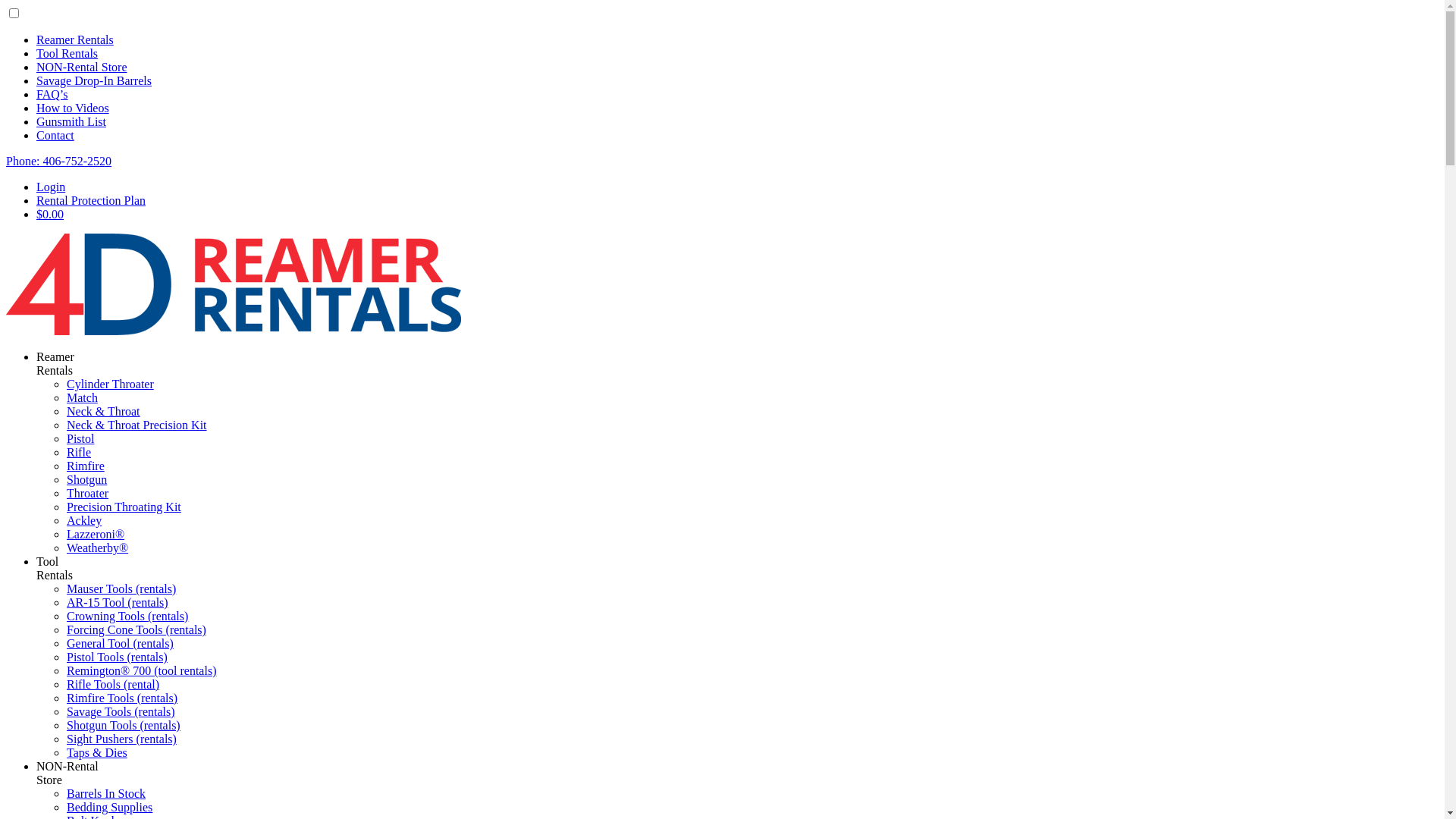  What do you see at coordinates (109, 383) in the screenshot?
I see `'Cylinder Throater'` at bounding box center [109, 383].